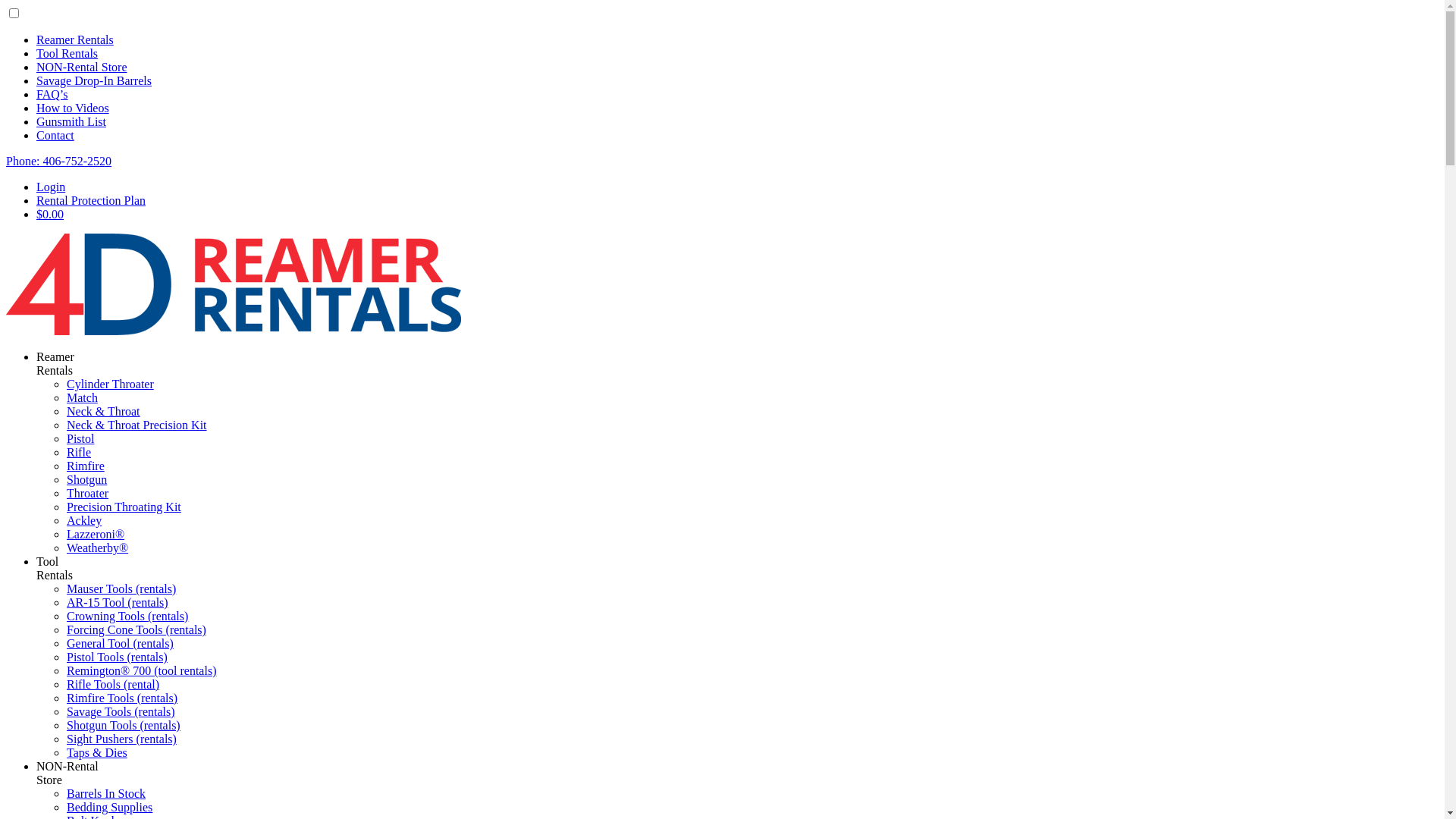  What do you see at coordinates (109, 383) in the screenshot?
I see `'Cylinder Throater'` at bounding box center [109, 383].